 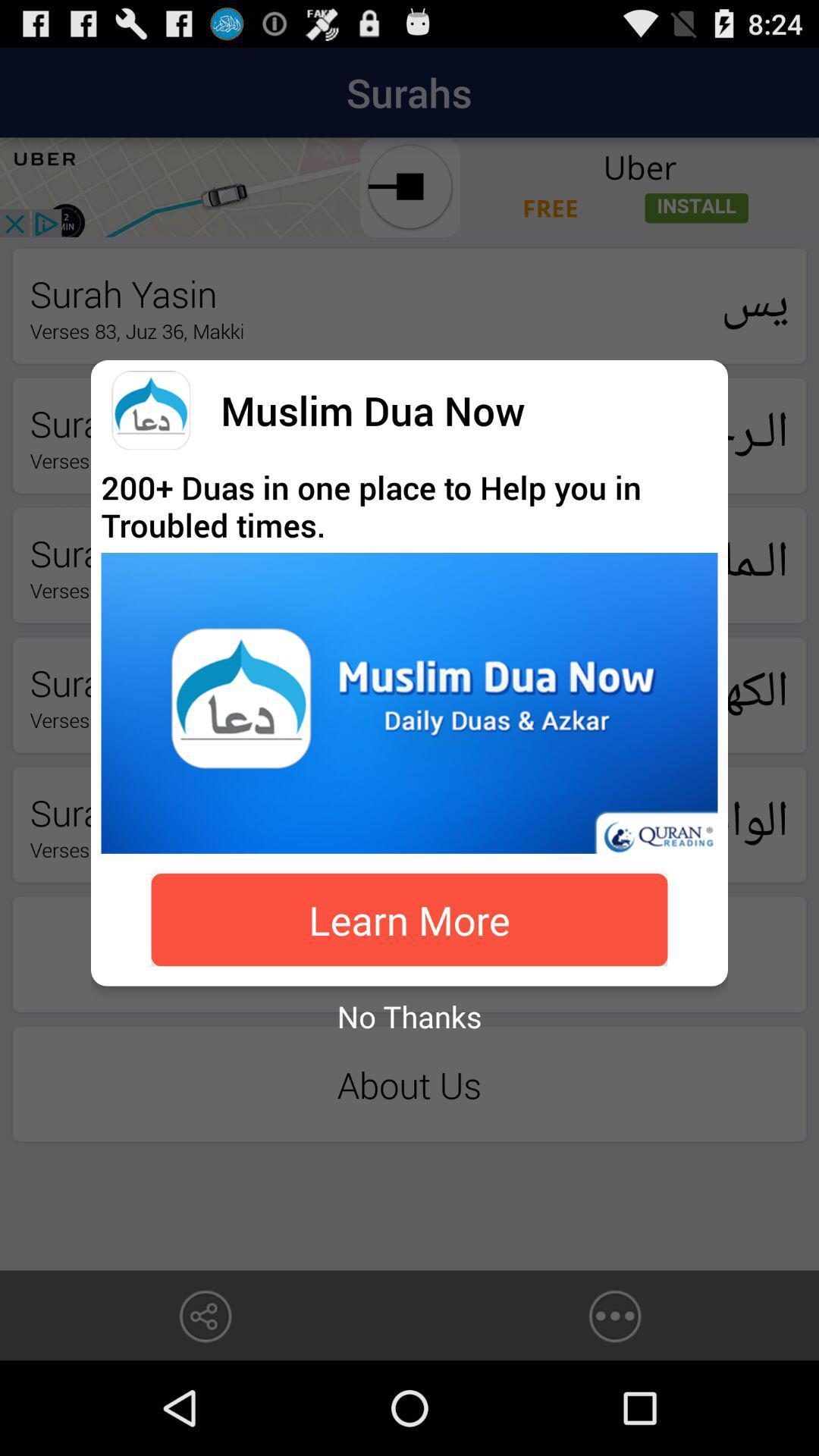 What do you see at coordinates (409, 1016) in the screenshot?
I see `the app below learn more` at bounding box center [409, 1016].